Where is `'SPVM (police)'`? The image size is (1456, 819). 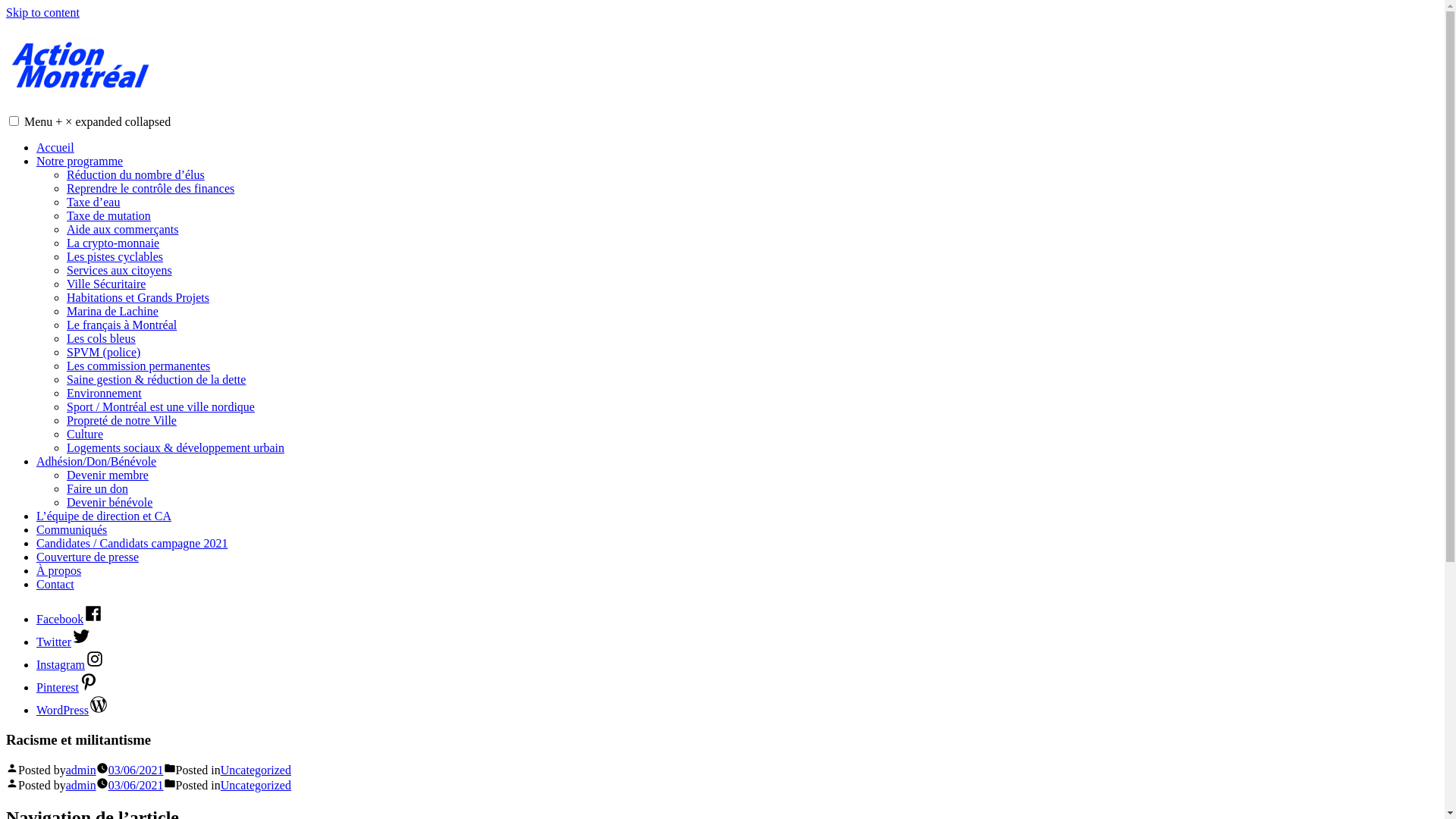
'SPVM (police)' is located at coordinates (102, 352).